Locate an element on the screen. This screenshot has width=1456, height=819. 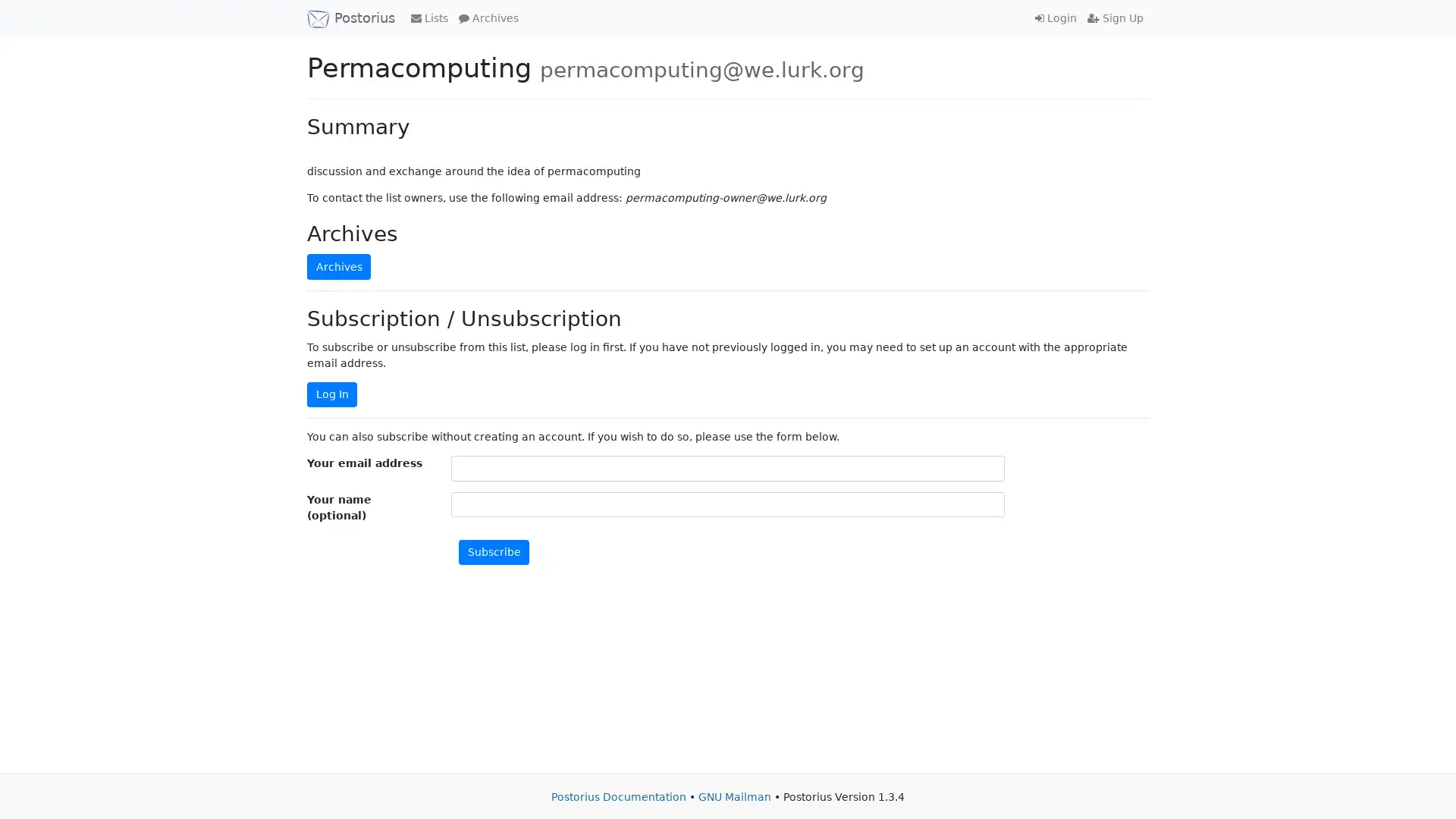
Subscribe is located at coordinates (494, 552).